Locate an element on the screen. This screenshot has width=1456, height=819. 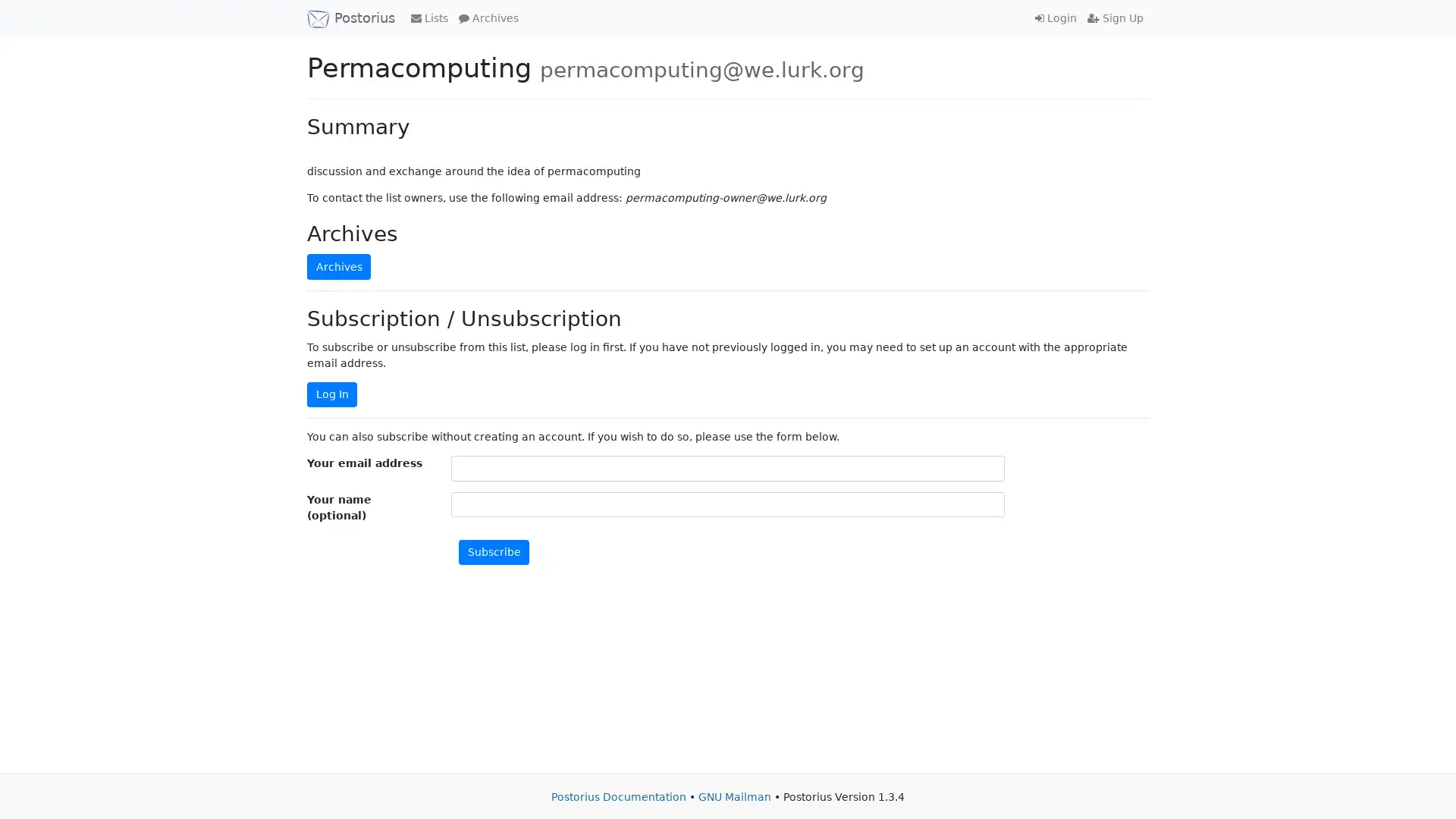
Subscribe is located at coordinates (494, 552).